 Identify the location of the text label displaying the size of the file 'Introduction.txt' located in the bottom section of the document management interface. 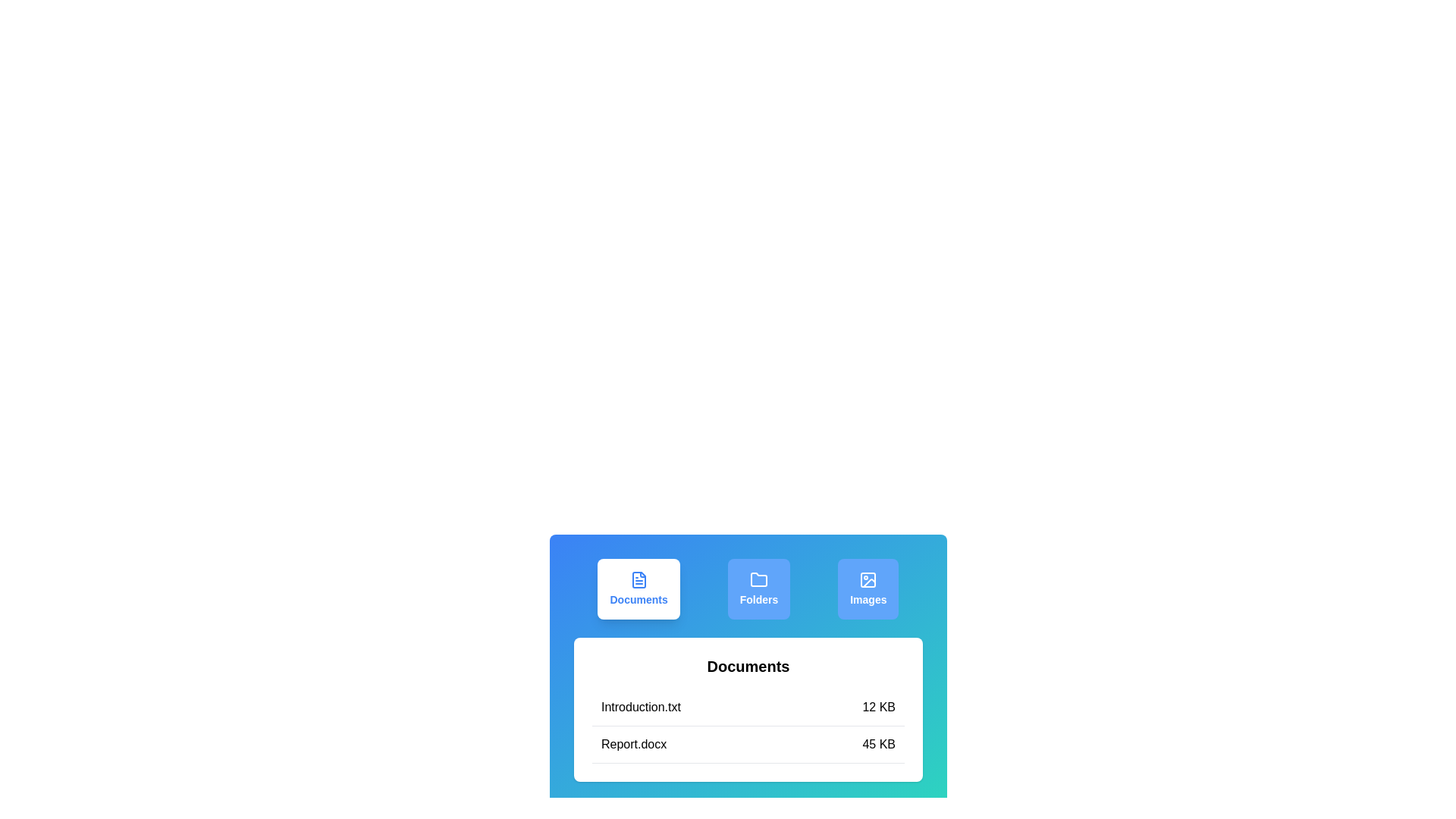
(879, 708).